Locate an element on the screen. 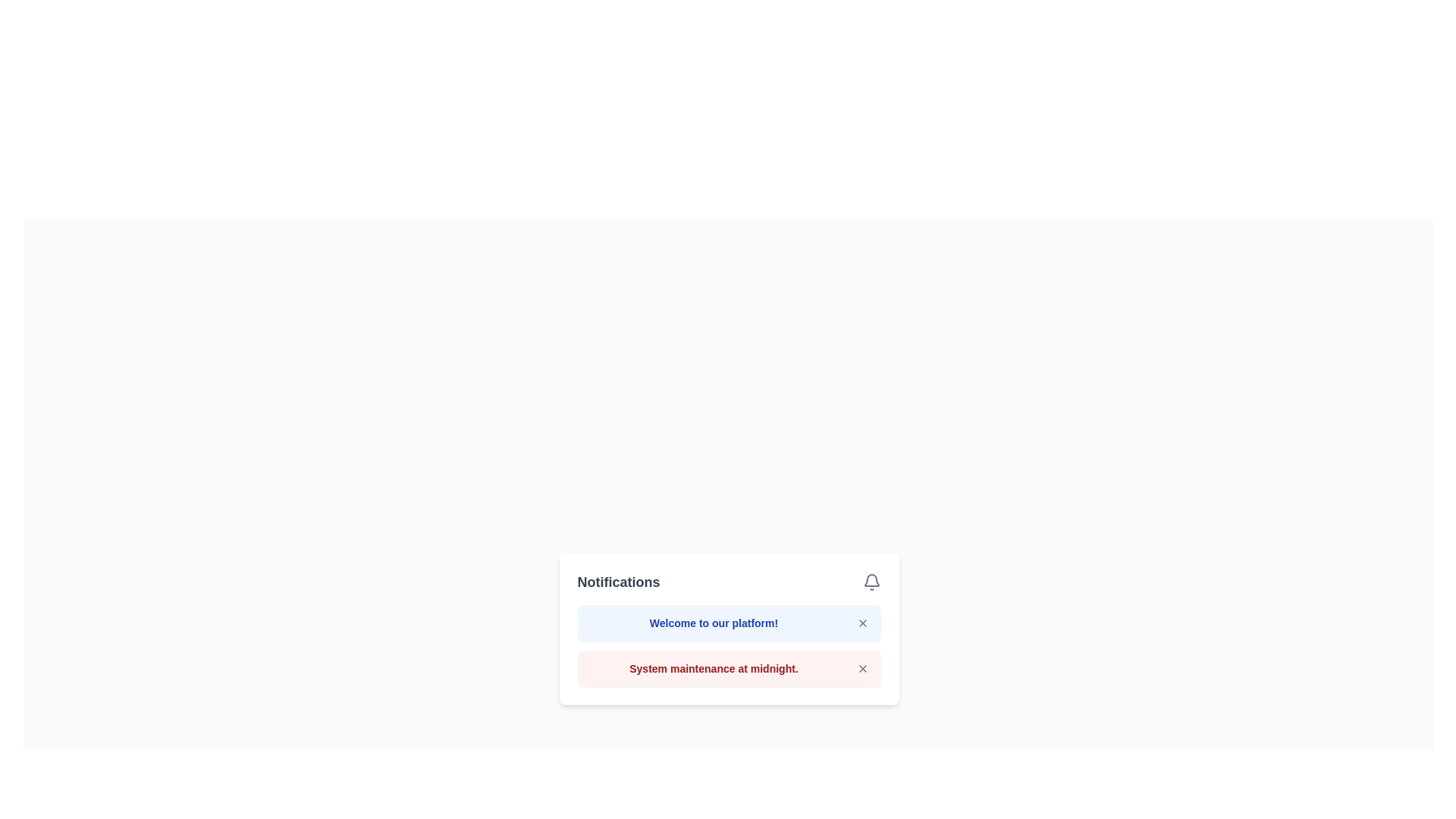 The image size is (1456, 819). the minimalist gray 'X' close button located in the notification box at the right end of the header is located at coordinates (862, 623).